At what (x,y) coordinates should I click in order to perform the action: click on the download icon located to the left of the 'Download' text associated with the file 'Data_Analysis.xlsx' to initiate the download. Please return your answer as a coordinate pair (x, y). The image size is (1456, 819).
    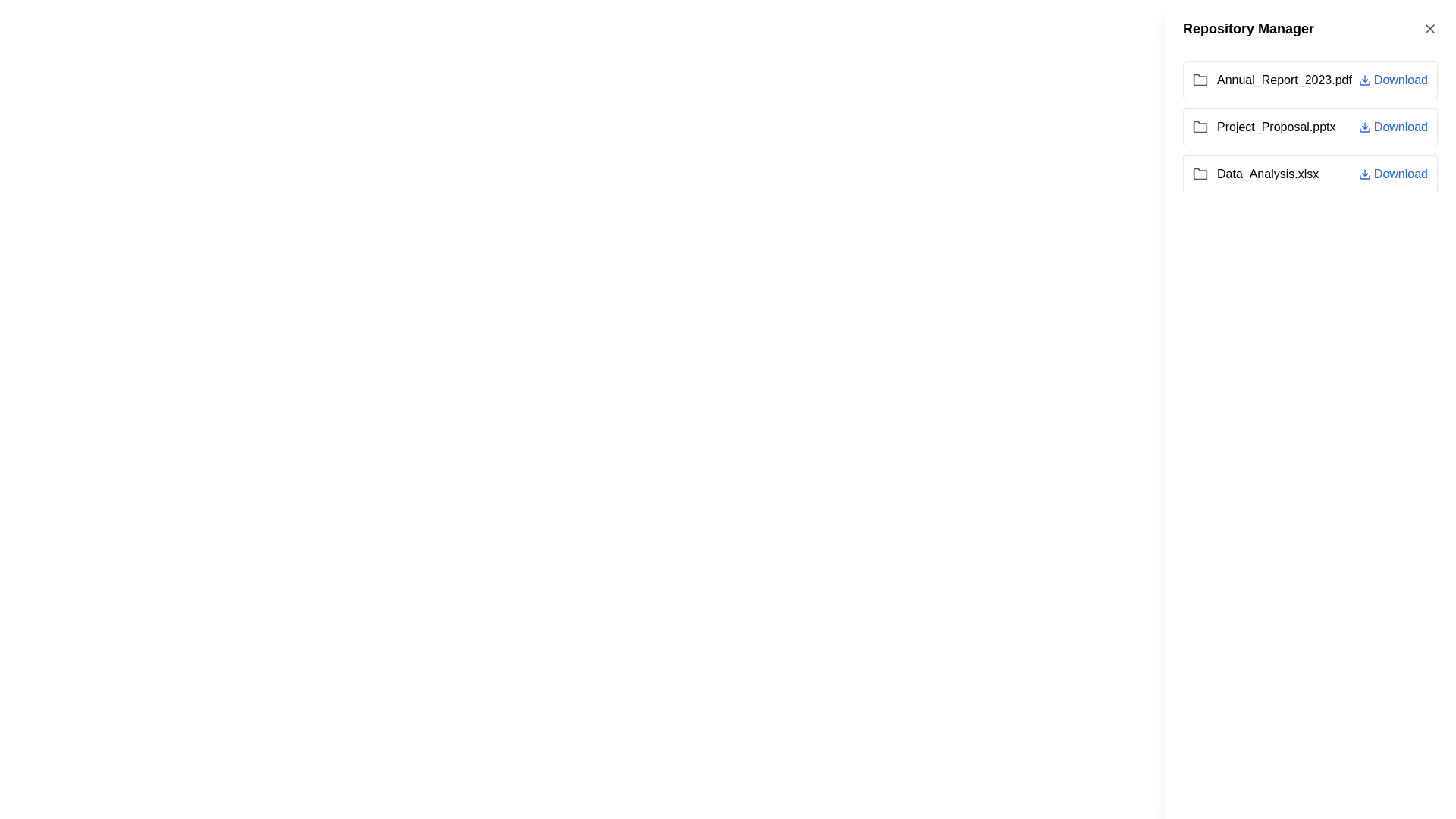
    Looking at the image, I should click on (1364, 174).